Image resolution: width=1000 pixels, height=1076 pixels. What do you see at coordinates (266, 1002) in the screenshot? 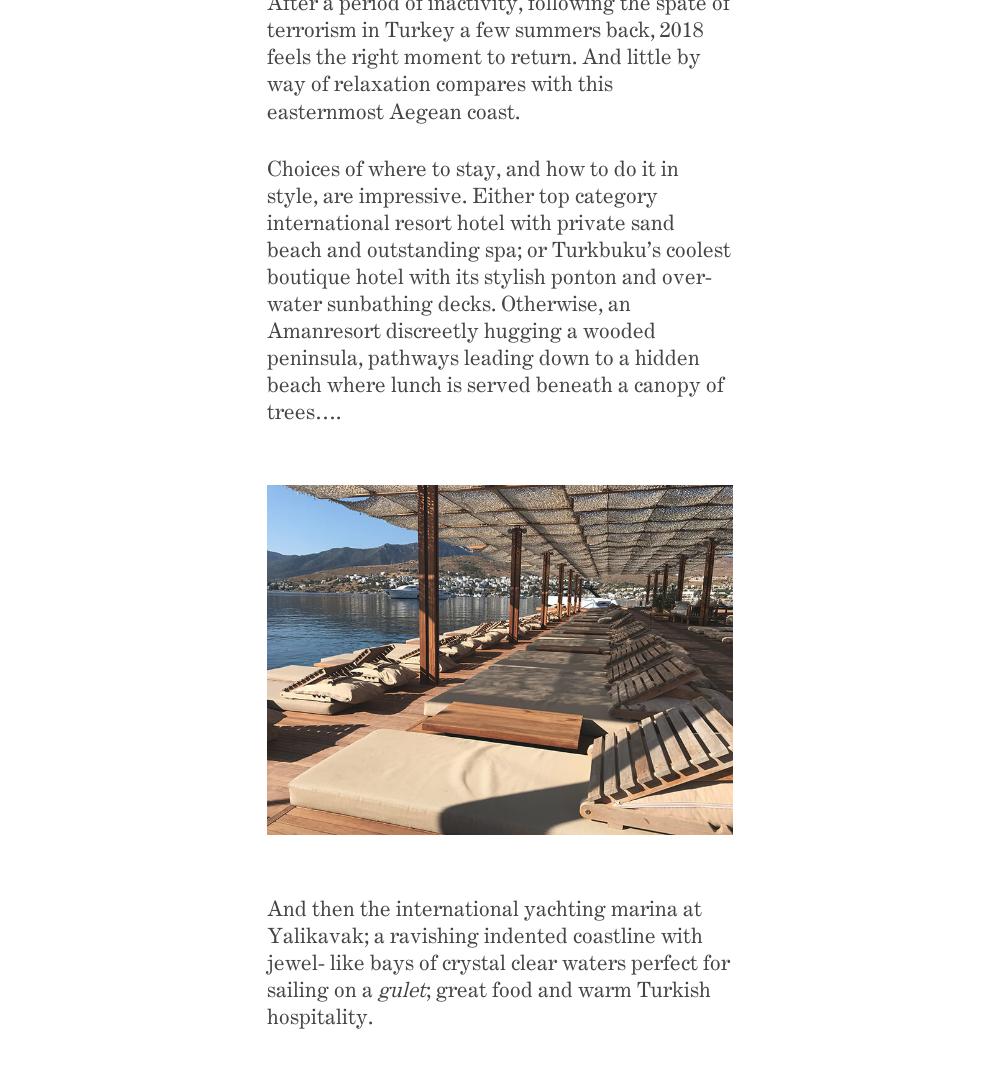
I see `'; great food and warm Turkish hospitality.'` at bounding box center [266, 1002].